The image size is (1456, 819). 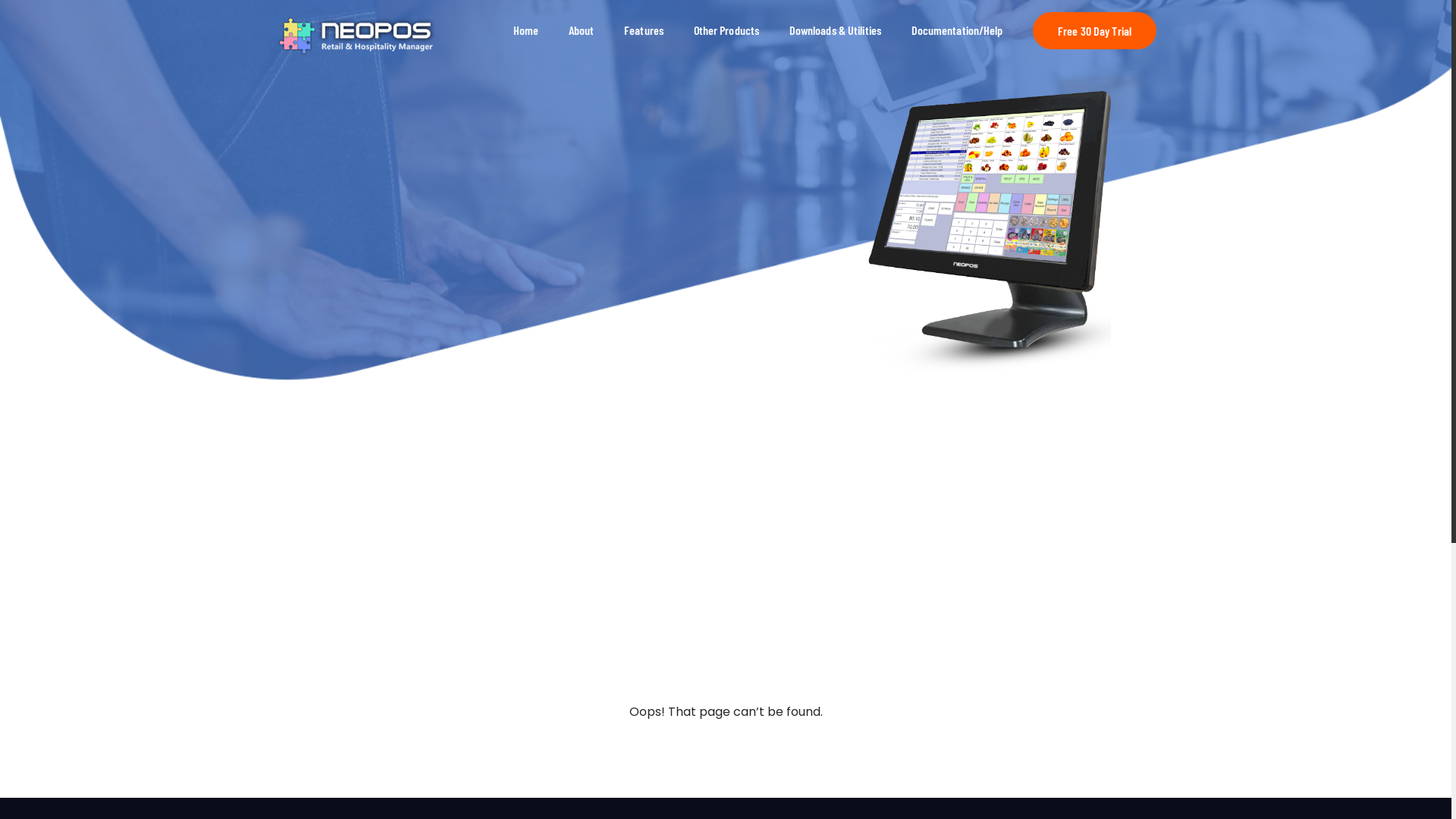 I want to click on 'About', so click(x=567, y=30).